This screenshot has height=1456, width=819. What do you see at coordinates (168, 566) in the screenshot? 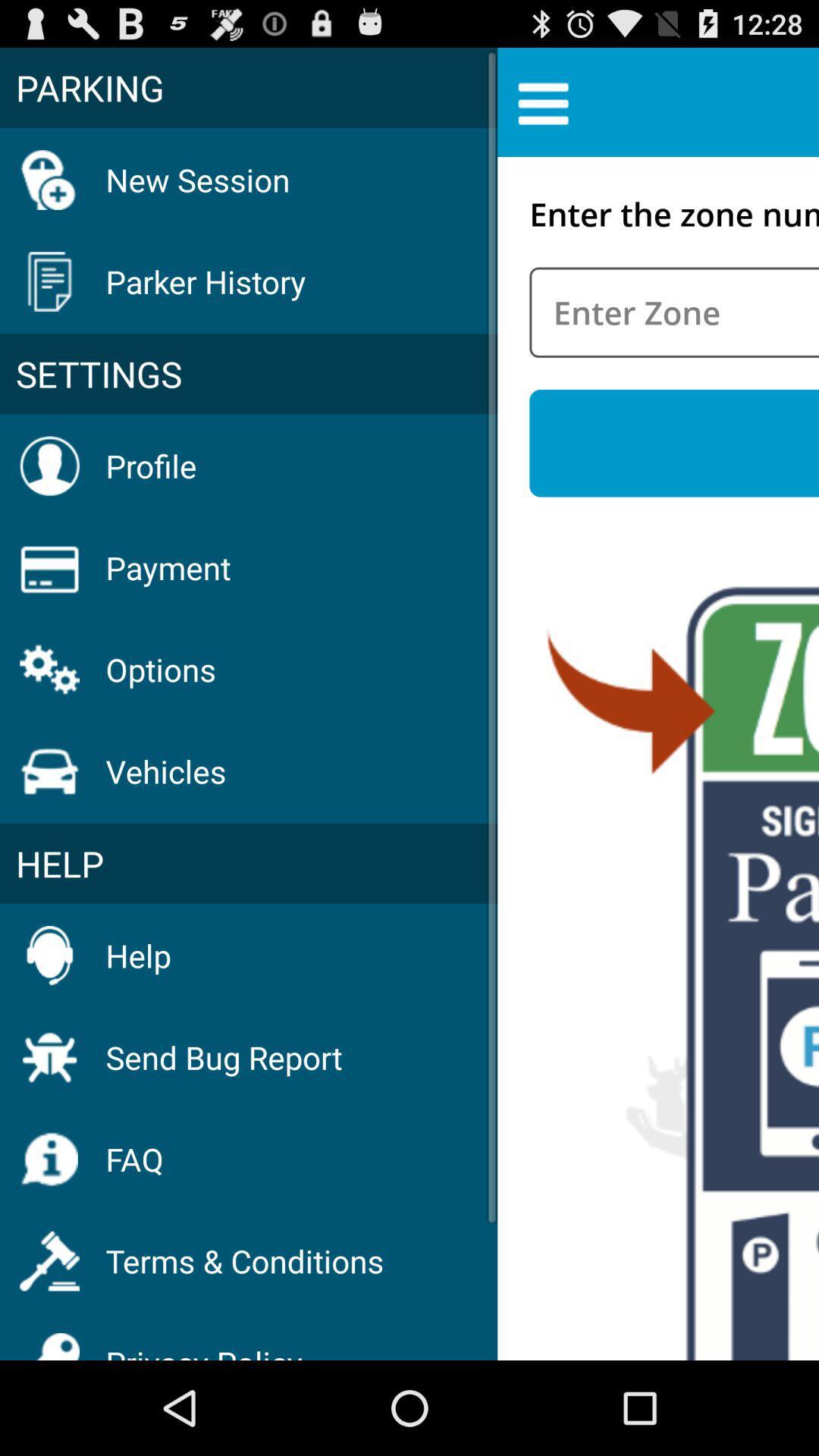
I see `payment icon` at bounding box center [168, 566].